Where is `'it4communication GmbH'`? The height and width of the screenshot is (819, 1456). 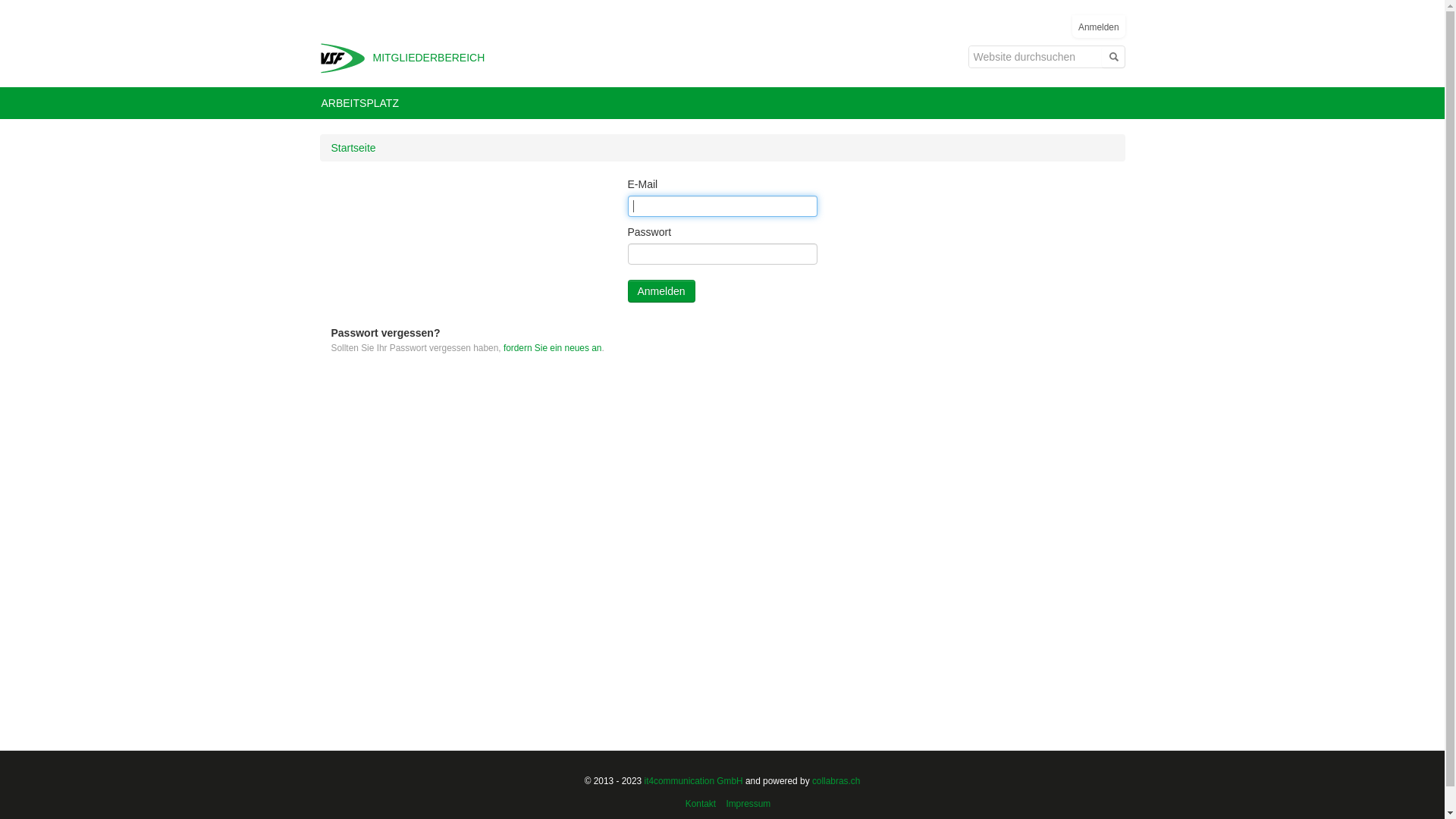
'it4communication GmbH' is located at coordinates (692, 780).